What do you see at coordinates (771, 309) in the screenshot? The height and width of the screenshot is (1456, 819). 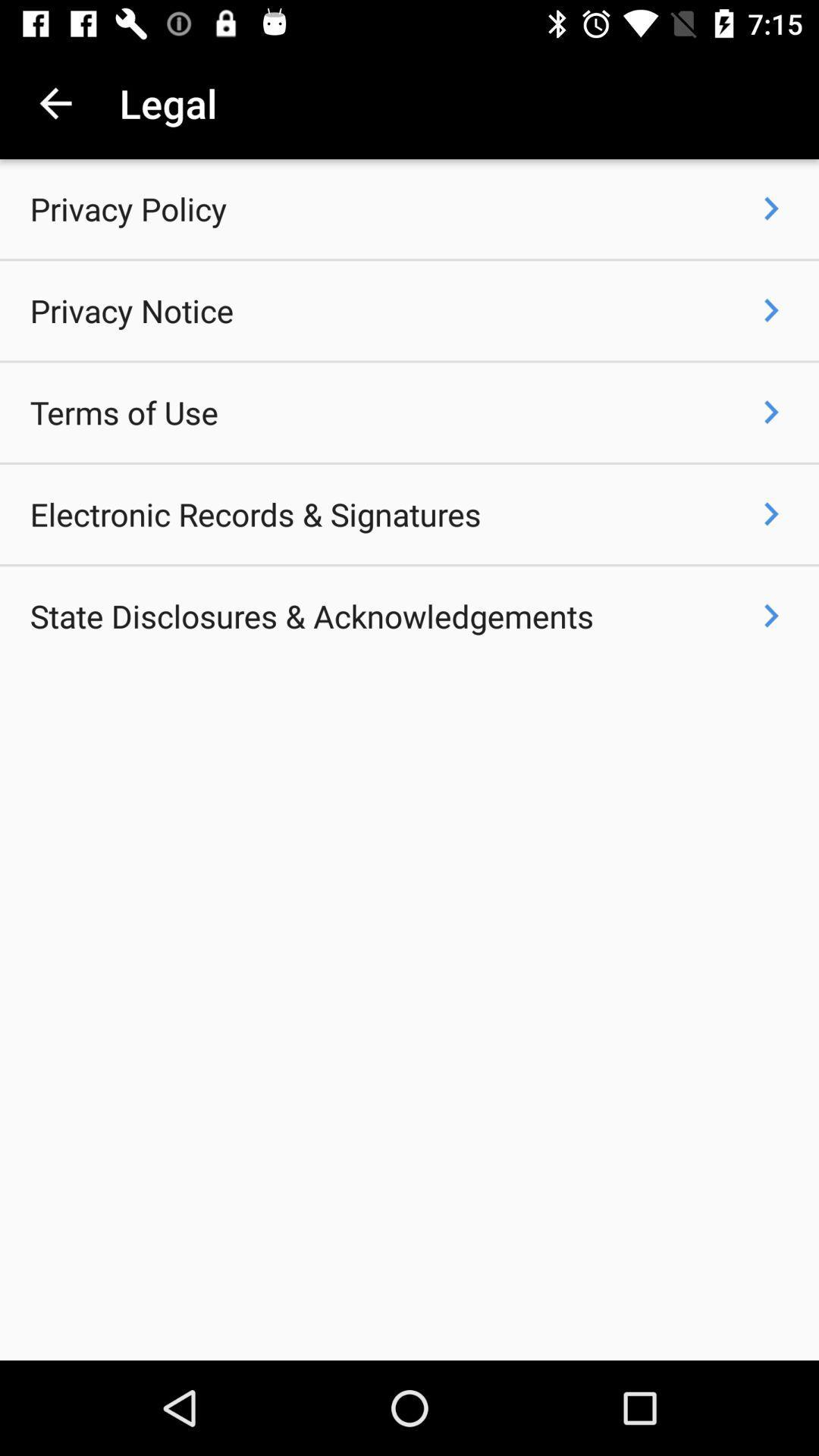 I see `the item to the right of privacy notice item` at bounding box center [771, 309].